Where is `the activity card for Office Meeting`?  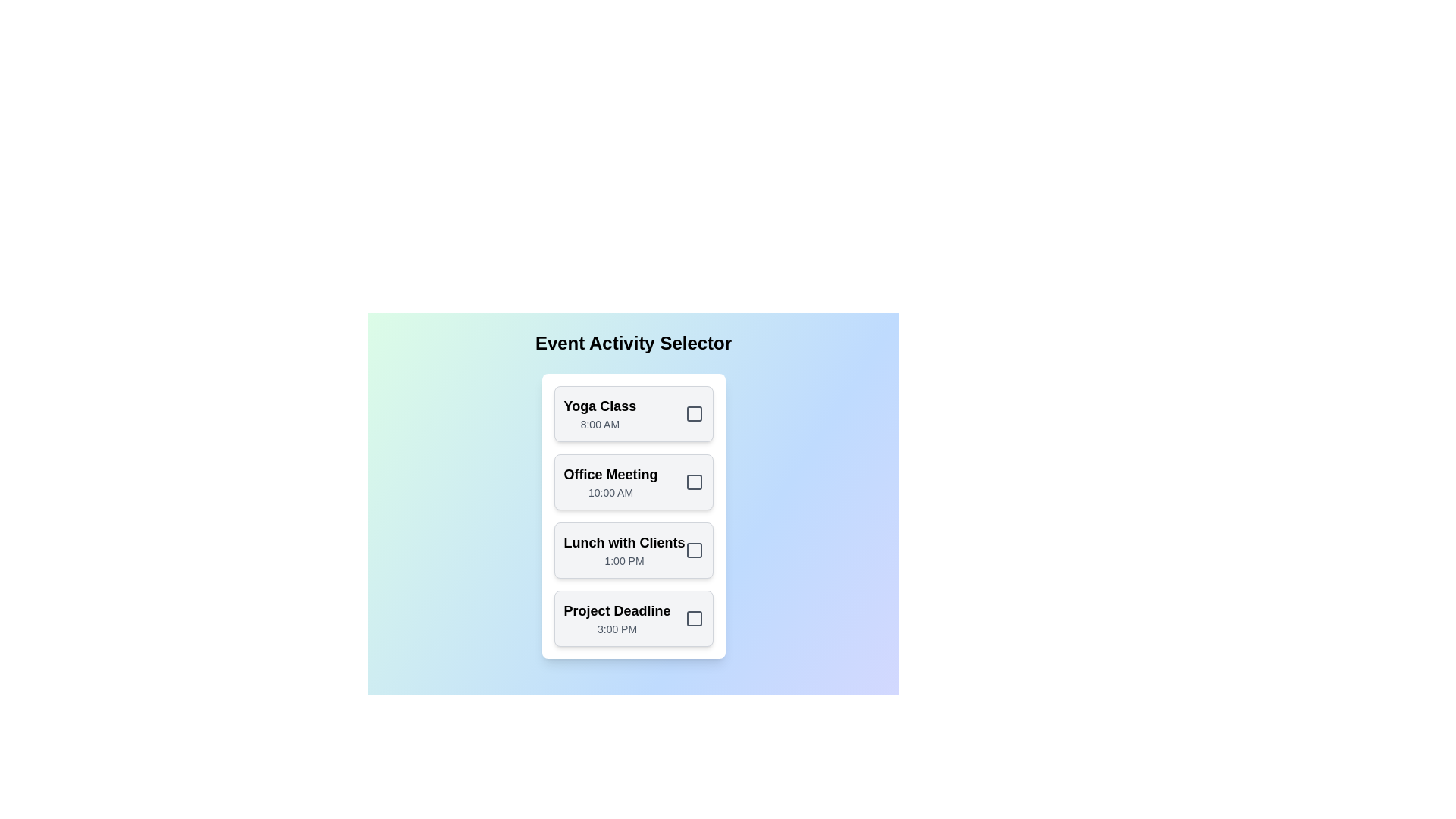
the activity card for Office Meeting is located at coordinates (633, 482).